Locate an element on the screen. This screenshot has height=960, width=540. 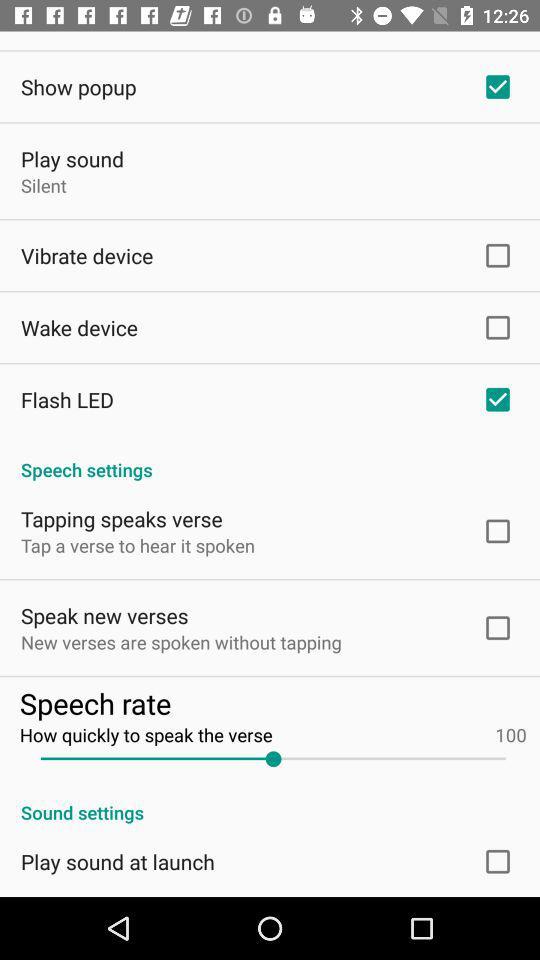
app above tapping speaks verse is located at coordinates (270, 459).